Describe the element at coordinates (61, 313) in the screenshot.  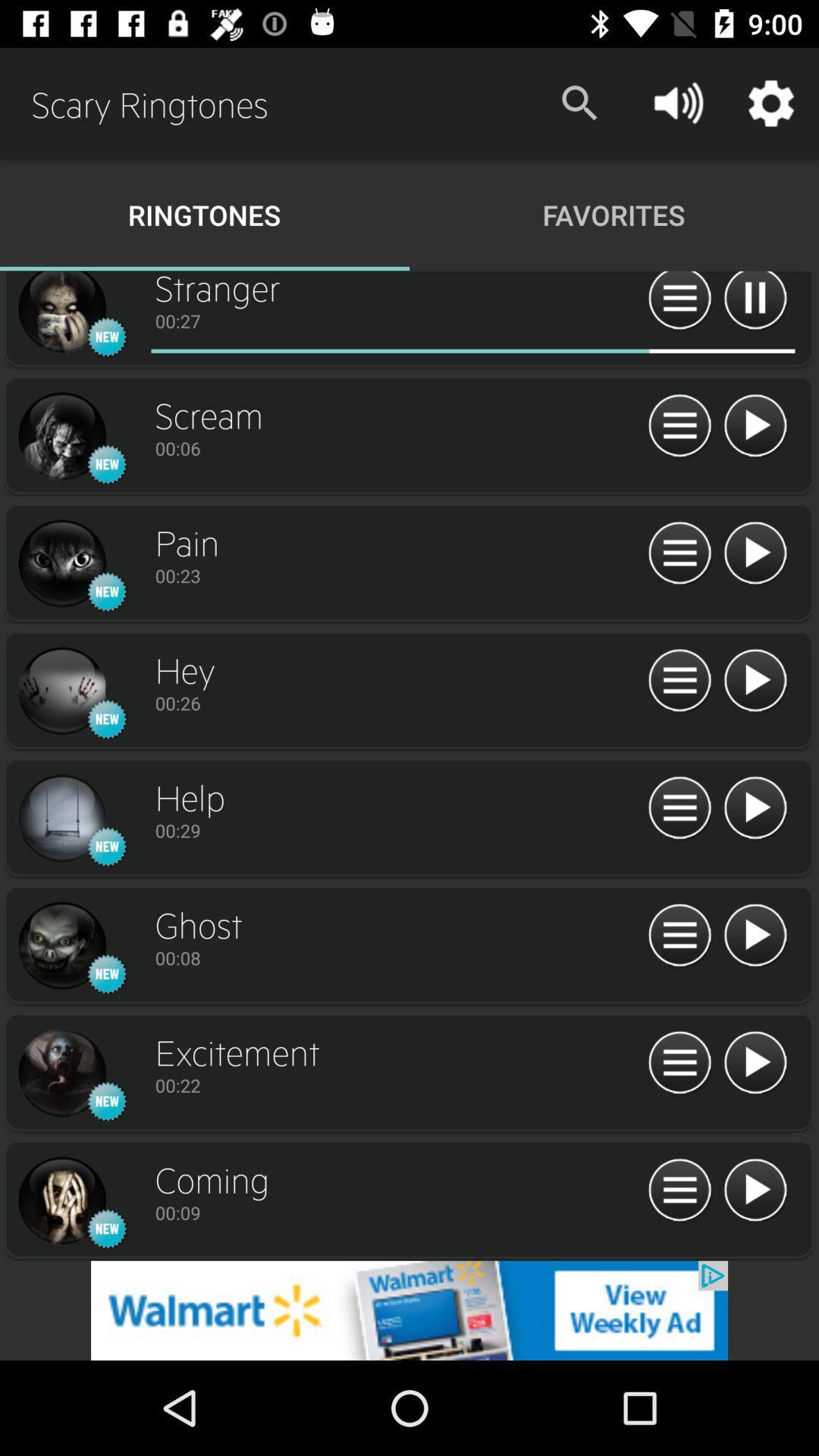
I see `the image` at that location.